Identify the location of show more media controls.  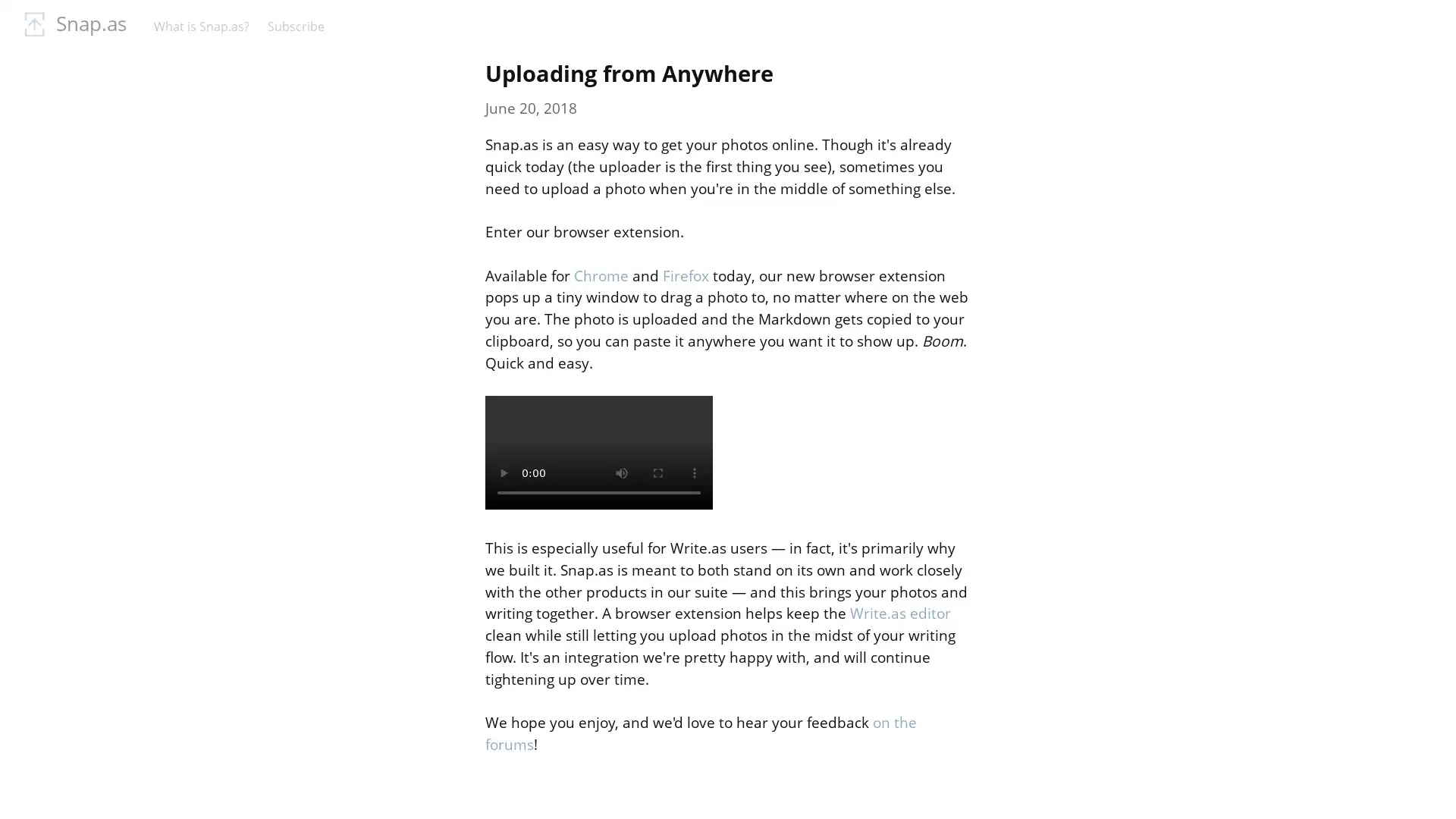
(694, 472).